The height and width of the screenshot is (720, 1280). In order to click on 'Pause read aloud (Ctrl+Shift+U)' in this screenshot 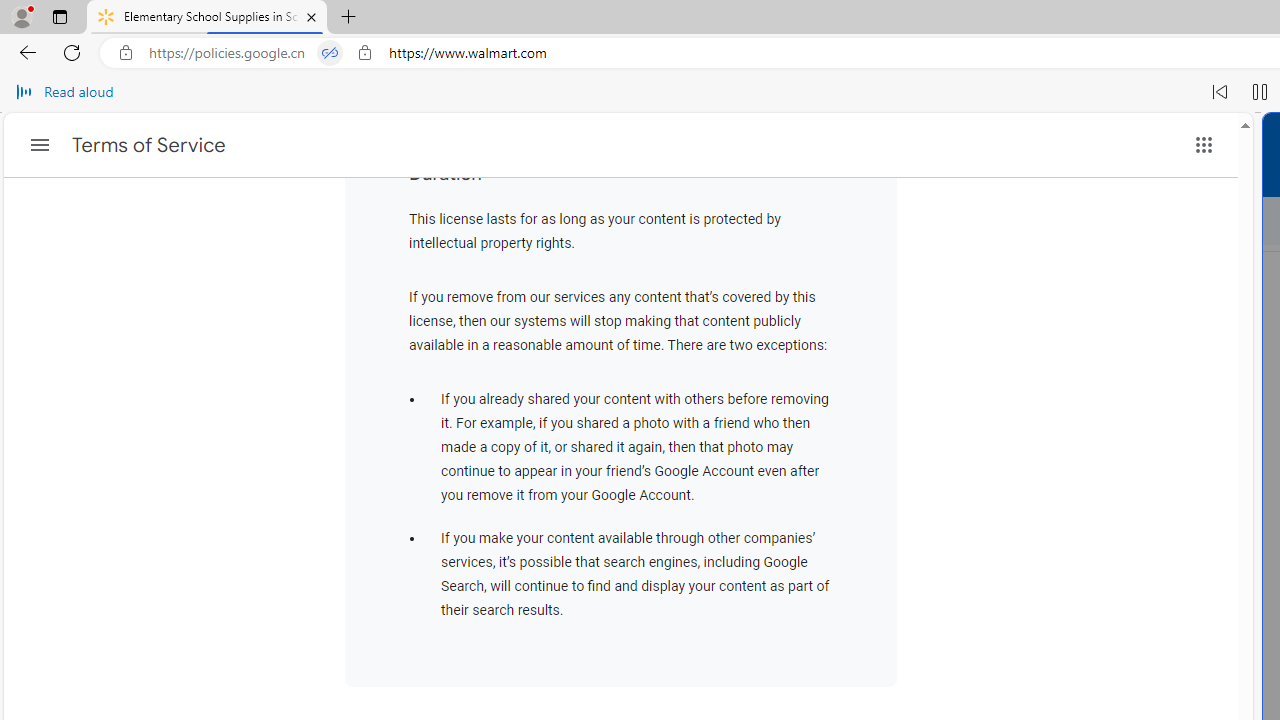, I will do `click(1259, 92)`.